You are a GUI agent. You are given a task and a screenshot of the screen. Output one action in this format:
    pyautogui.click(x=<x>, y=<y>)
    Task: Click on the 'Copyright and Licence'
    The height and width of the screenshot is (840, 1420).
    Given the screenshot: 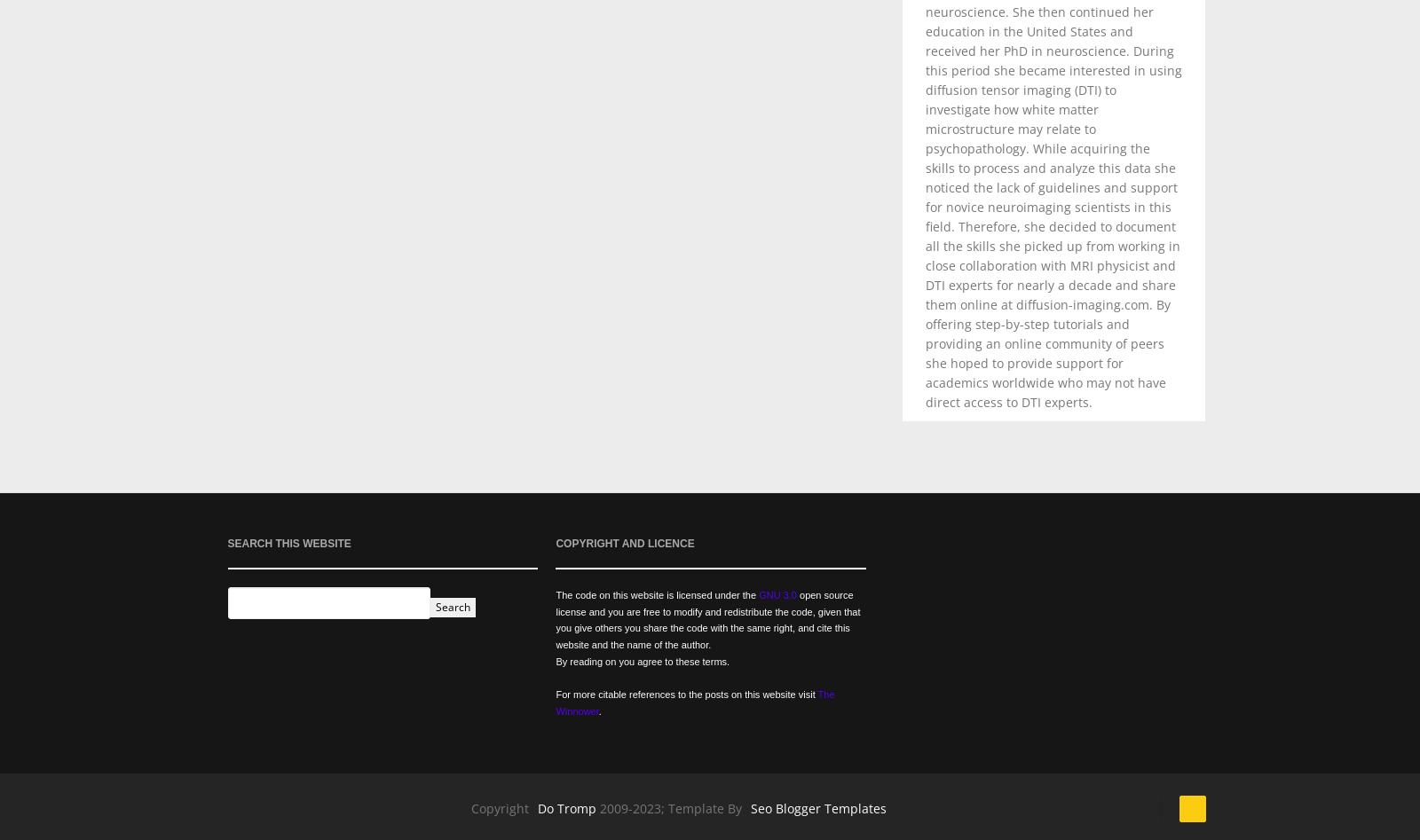 What is the action you would take?
    pyautogui.click(x=625, y=543)
    